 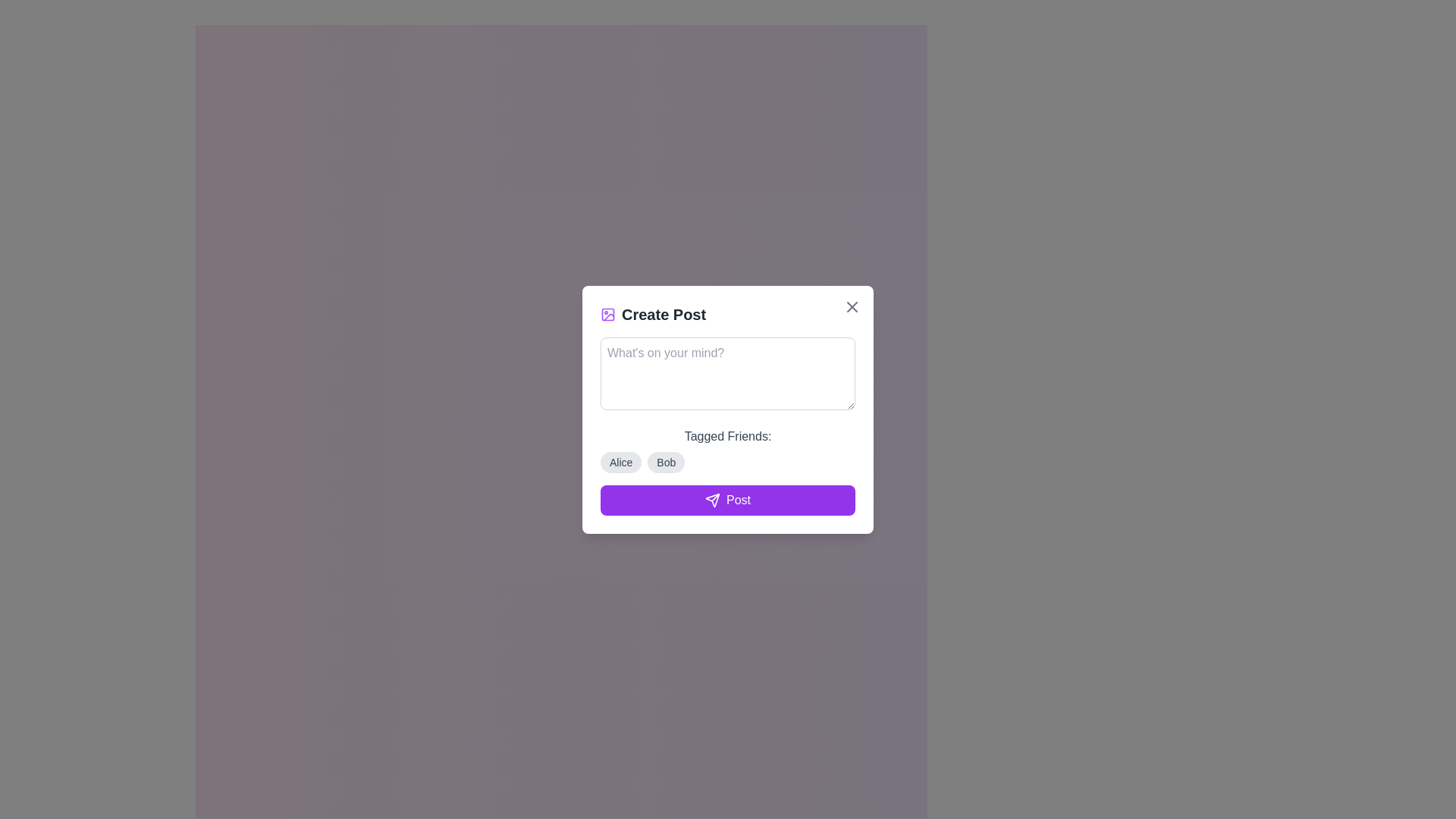 I want to click on the non-interactive text label indicating the section for tagged friends, which is positioned below the 'What's on your mind?' text input area and above the names 'Alice' and 'Bob', so click(x=728, y=436).